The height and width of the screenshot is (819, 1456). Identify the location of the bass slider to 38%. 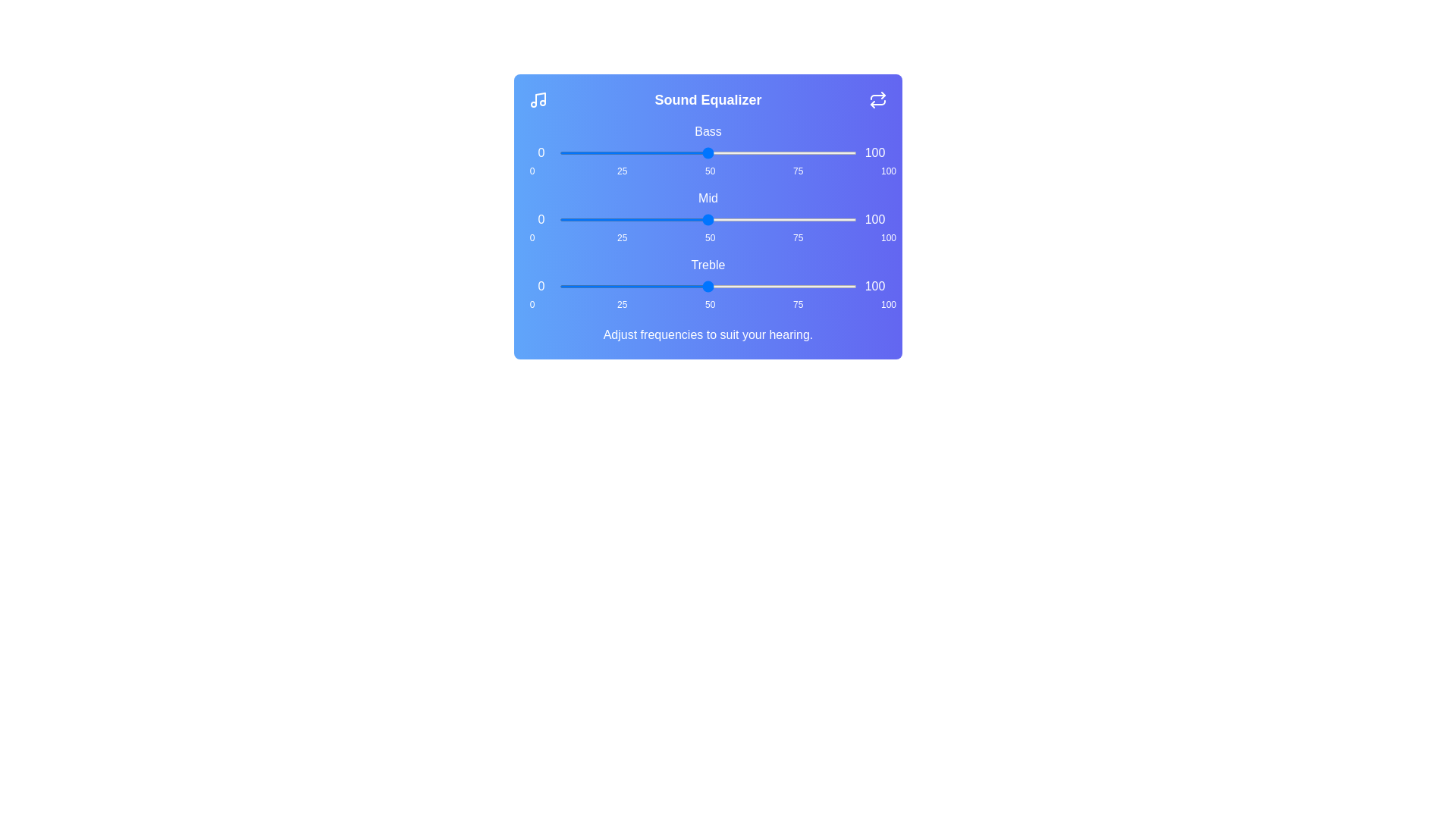
(672, 152).